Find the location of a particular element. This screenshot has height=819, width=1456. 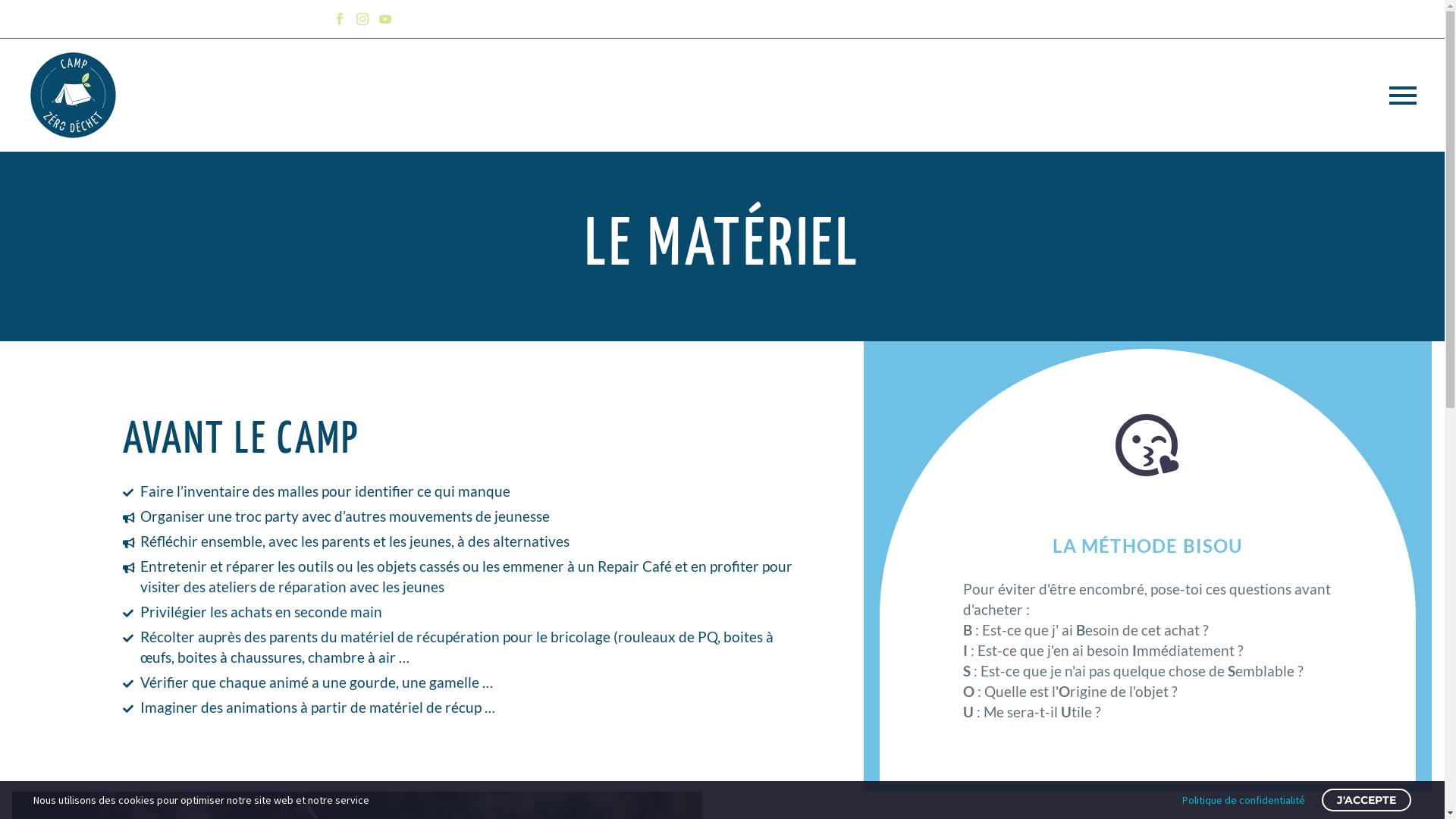

'YouTube' is located at coordinates (384, 18).